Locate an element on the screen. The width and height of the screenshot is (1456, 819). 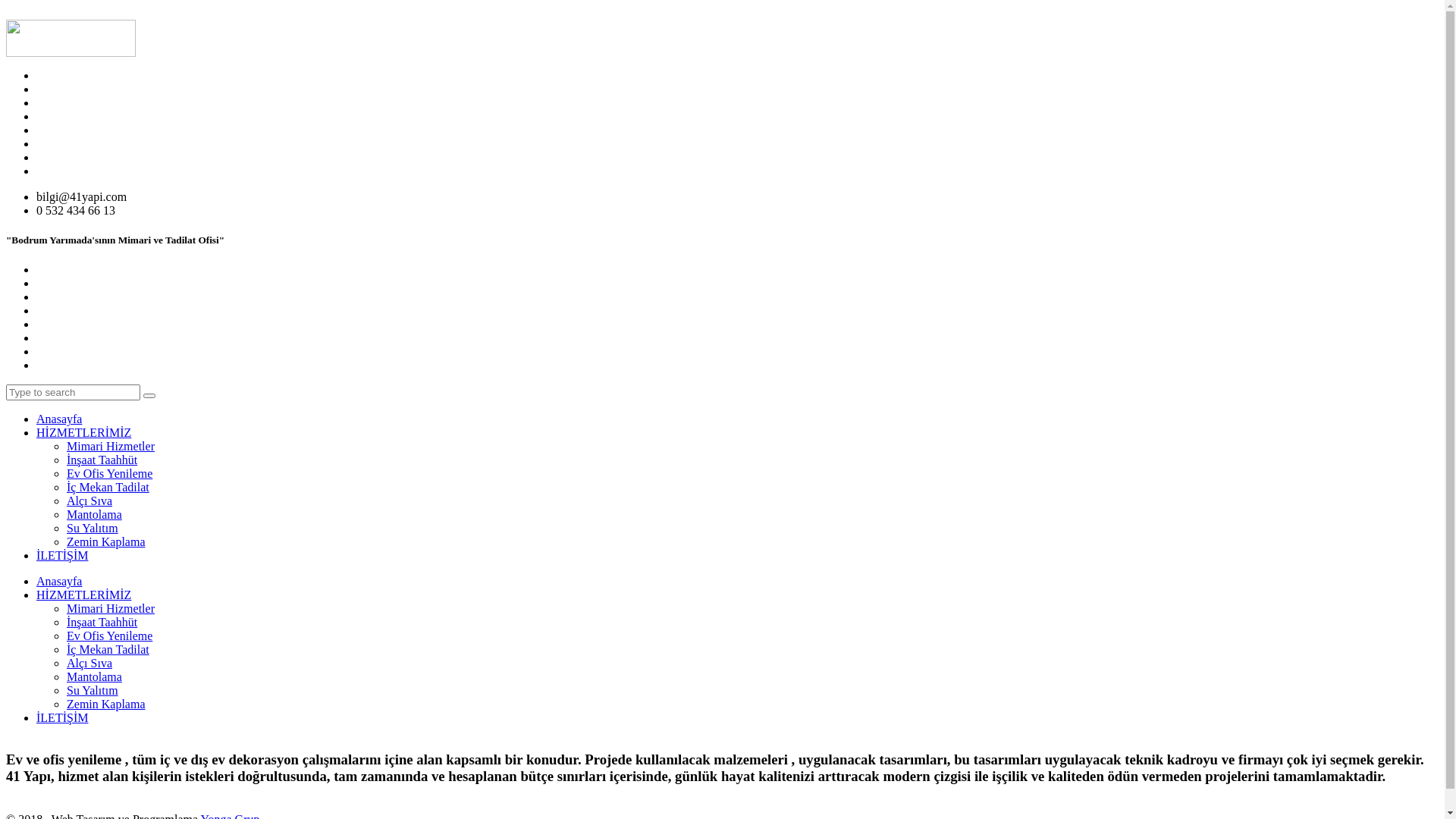
'Zemin Kaplama' is located at coordinates (105, 541).